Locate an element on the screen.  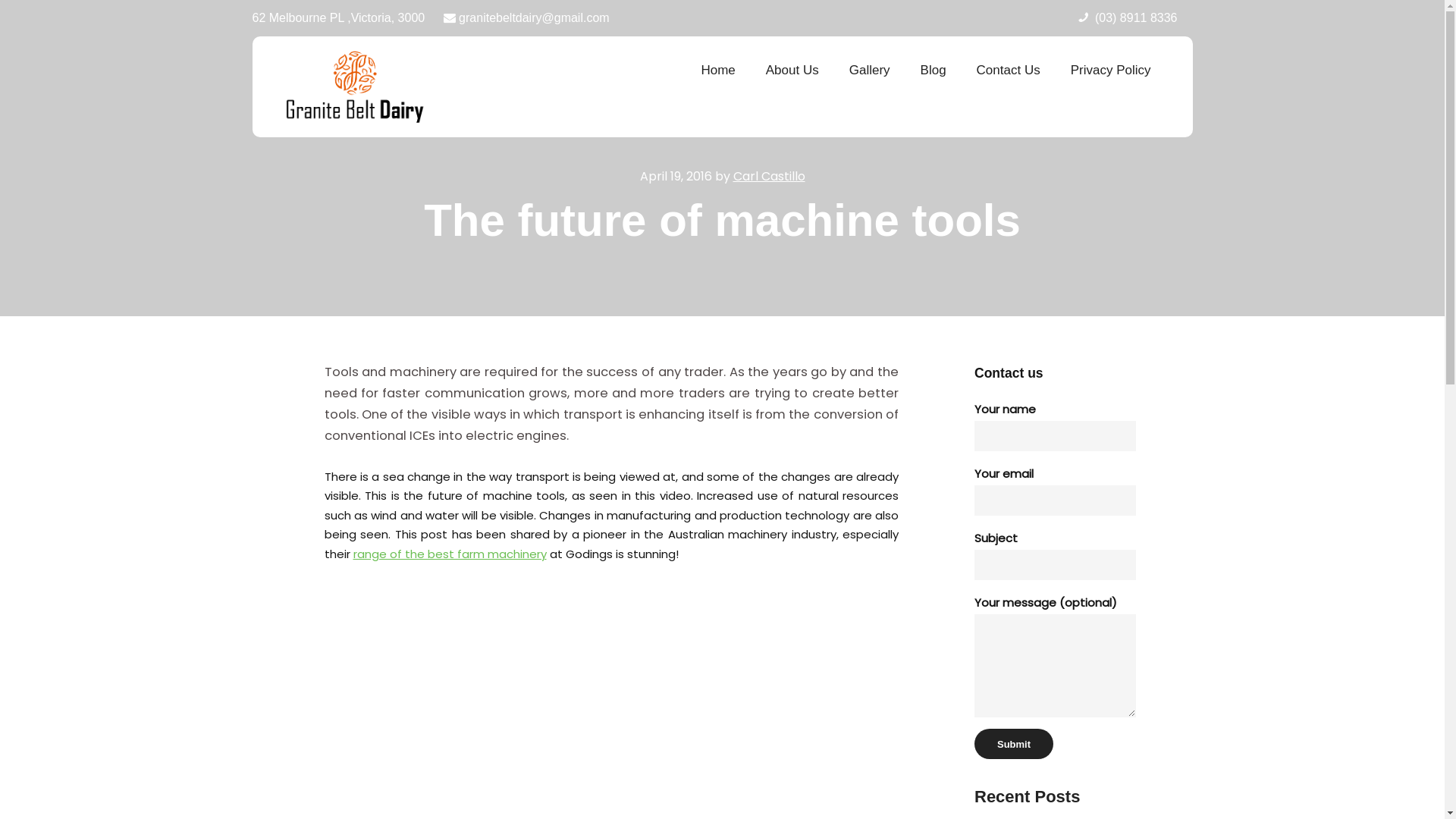
'Carl Castillo' is located at coordinates (768, 175).